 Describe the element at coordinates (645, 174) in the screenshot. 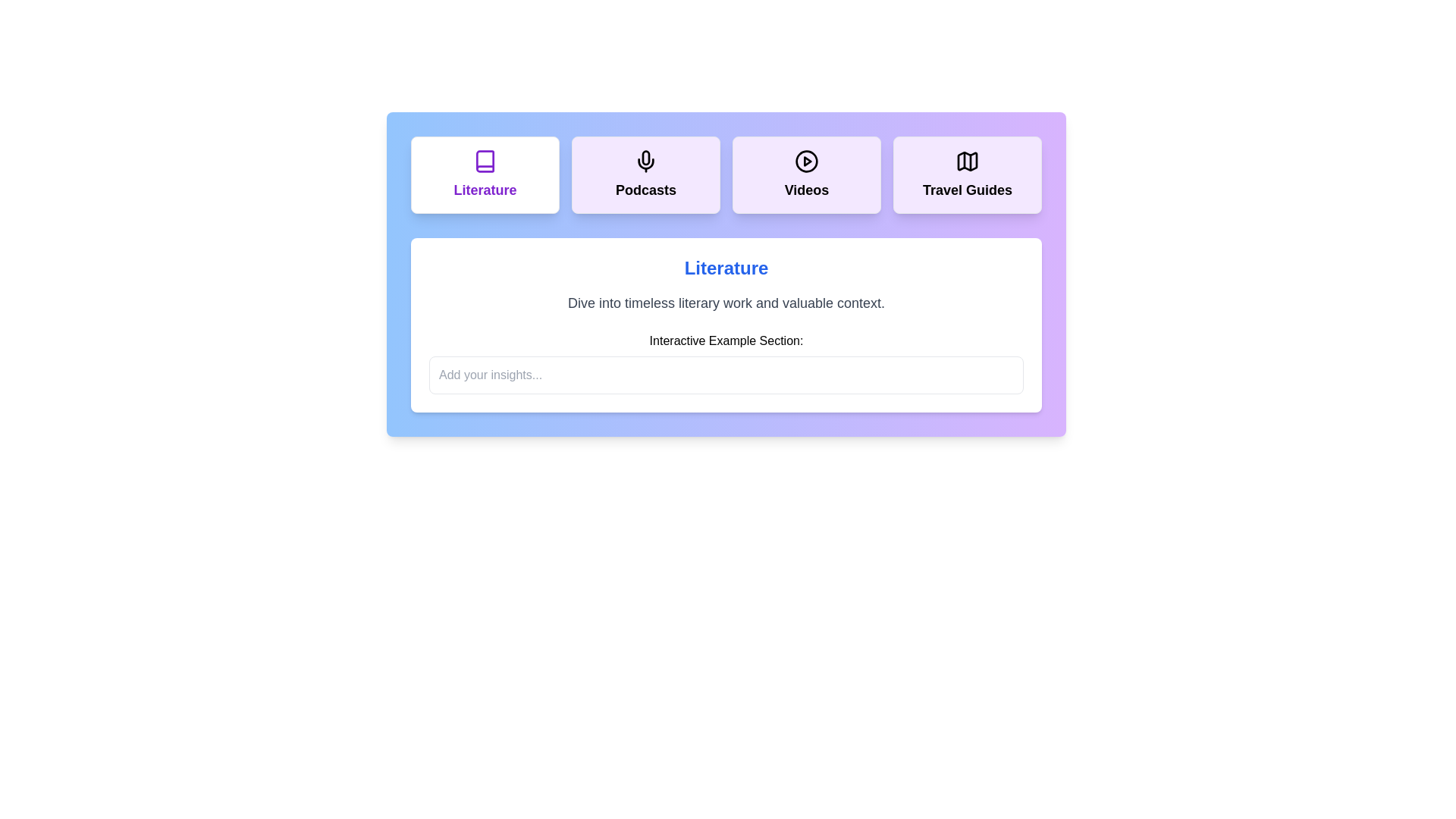

I see `the tab corresponding to Podcasts` at that location.